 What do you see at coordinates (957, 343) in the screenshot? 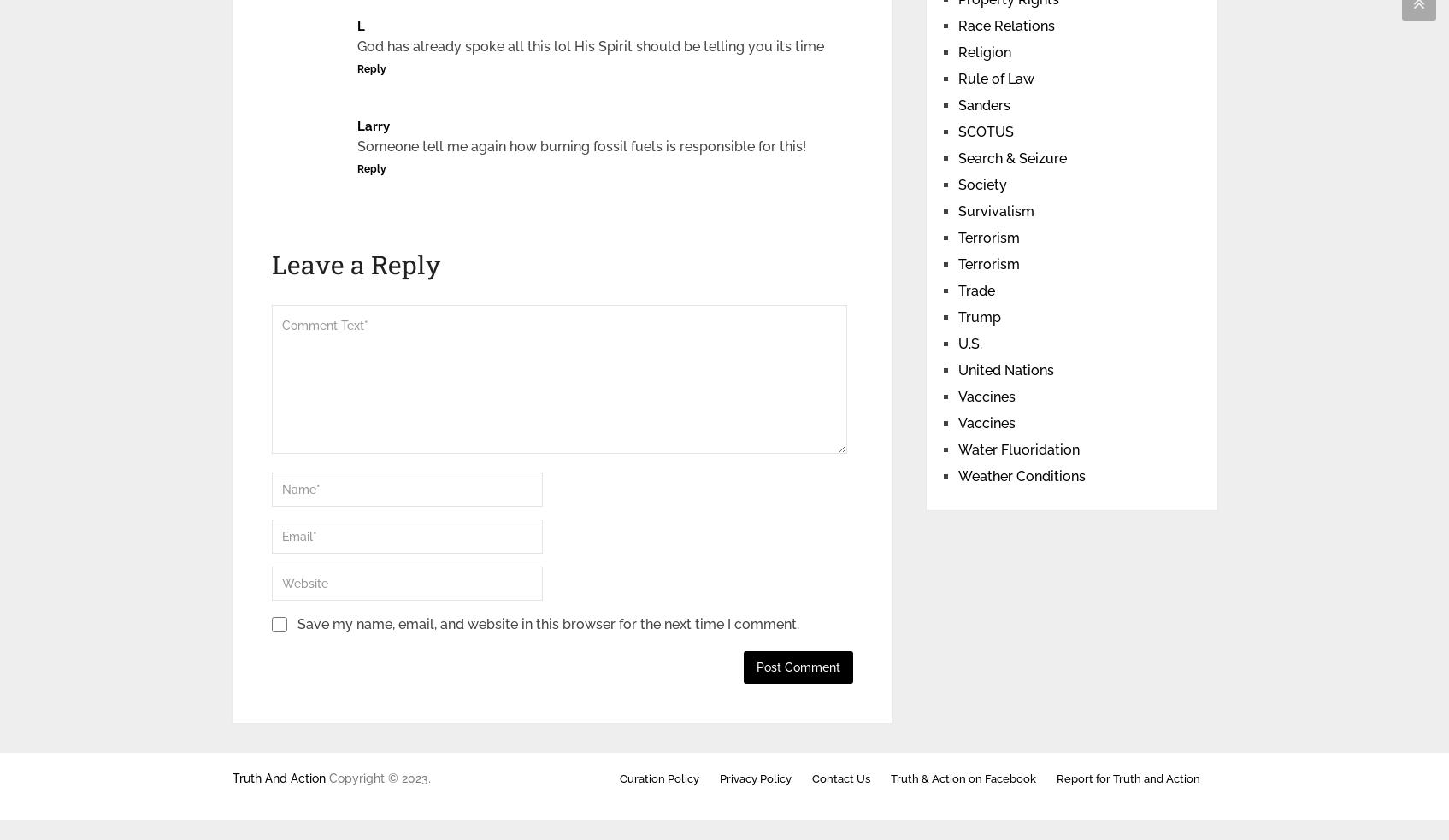
I see `'U.S.'` at bounding box center [957, 343].